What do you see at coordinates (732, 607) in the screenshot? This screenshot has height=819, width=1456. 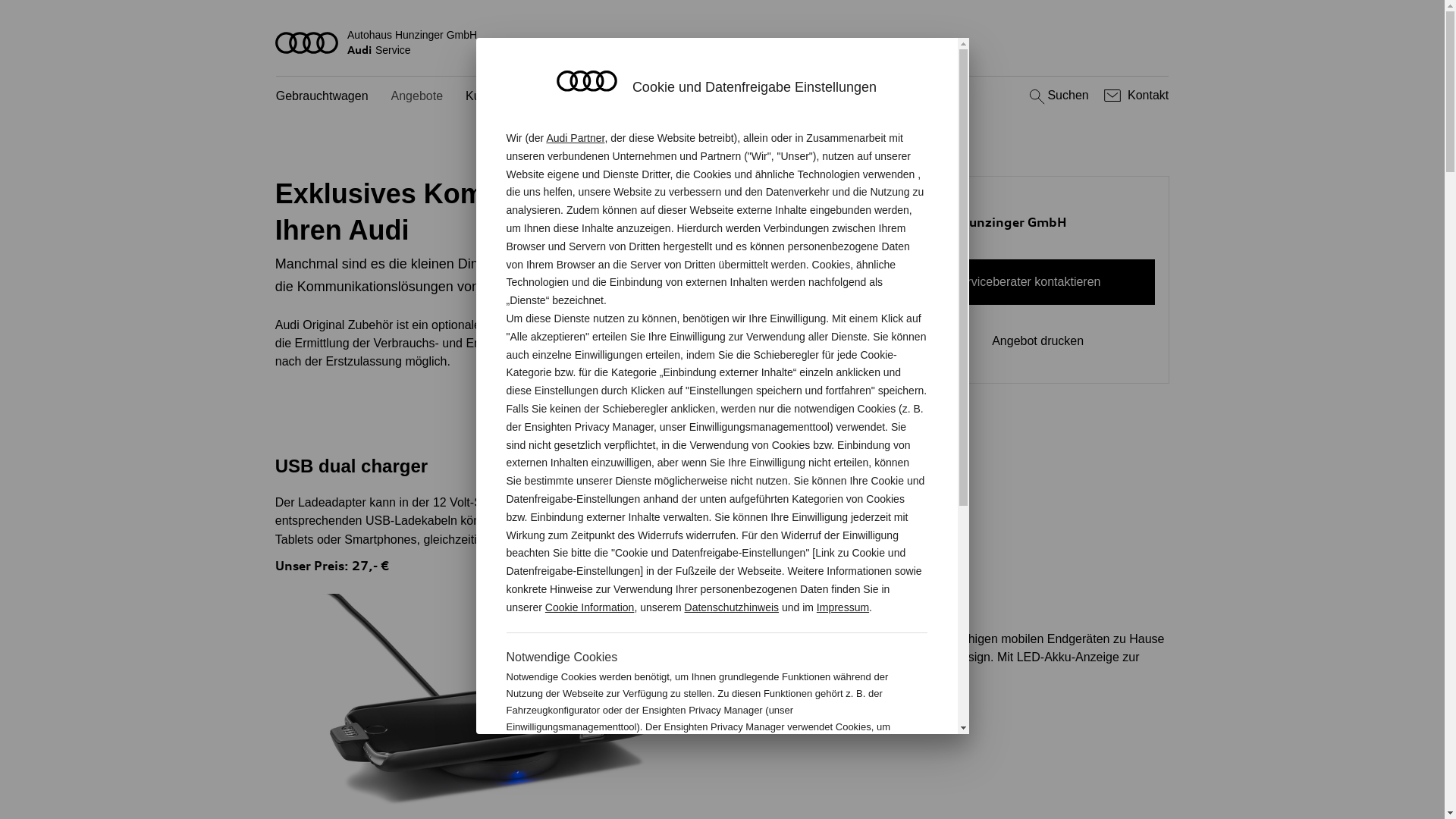 I see `'Datenschutzhinweis'` at bounding box center [732, 607].